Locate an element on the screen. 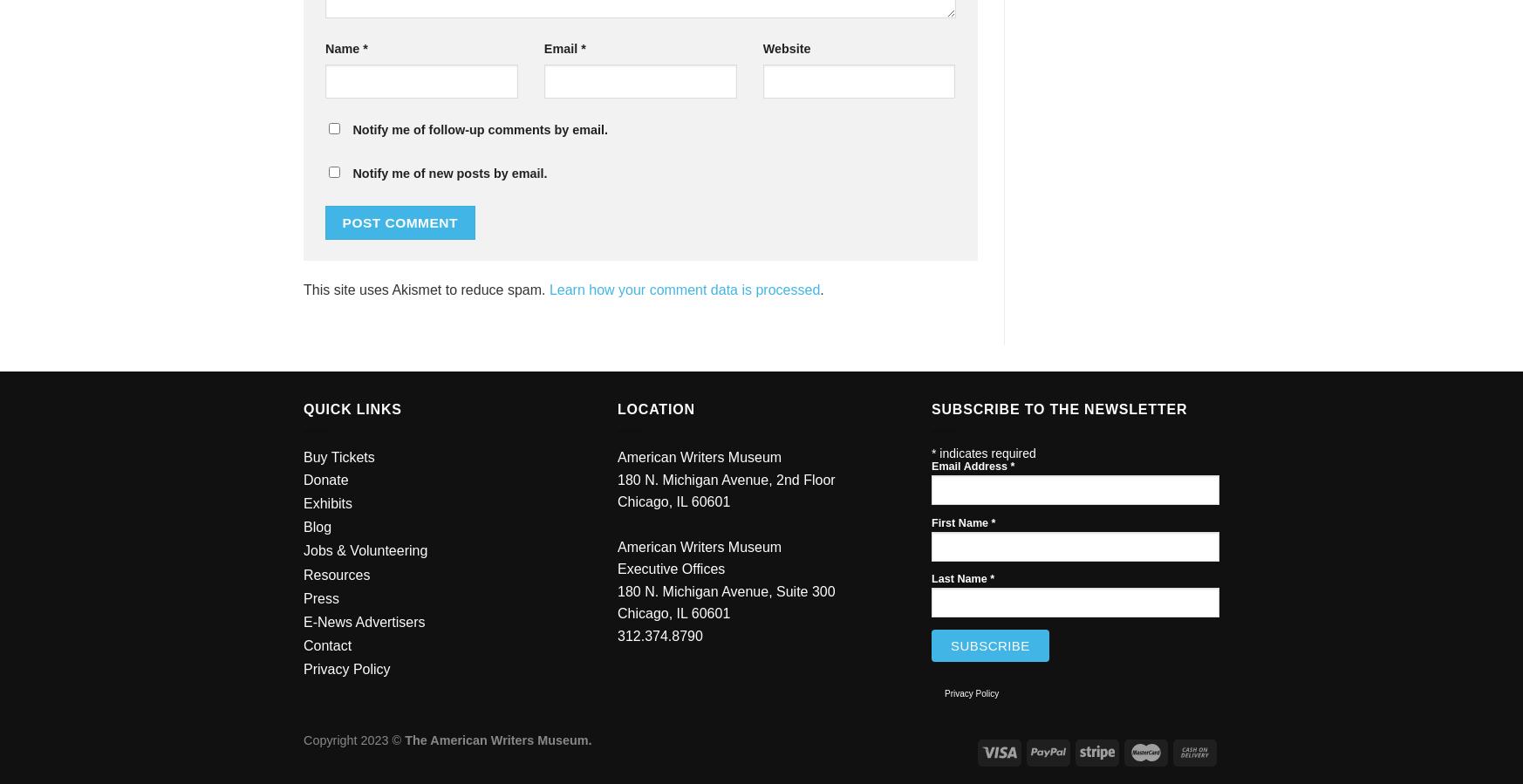 This screenshot has width=1523, height=784. 'The American Writers Museum.' is located at coordinates (496, 740).